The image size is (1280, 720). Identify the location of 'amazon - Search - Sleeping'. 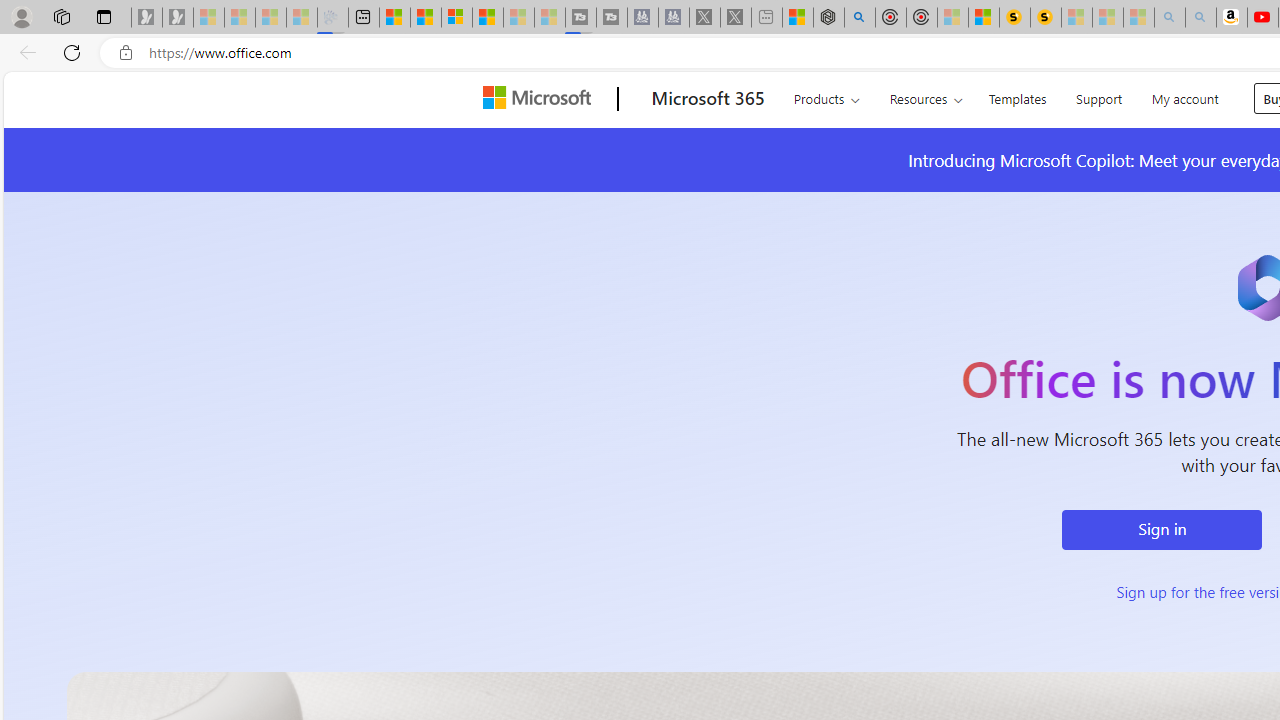
(1169, 17).